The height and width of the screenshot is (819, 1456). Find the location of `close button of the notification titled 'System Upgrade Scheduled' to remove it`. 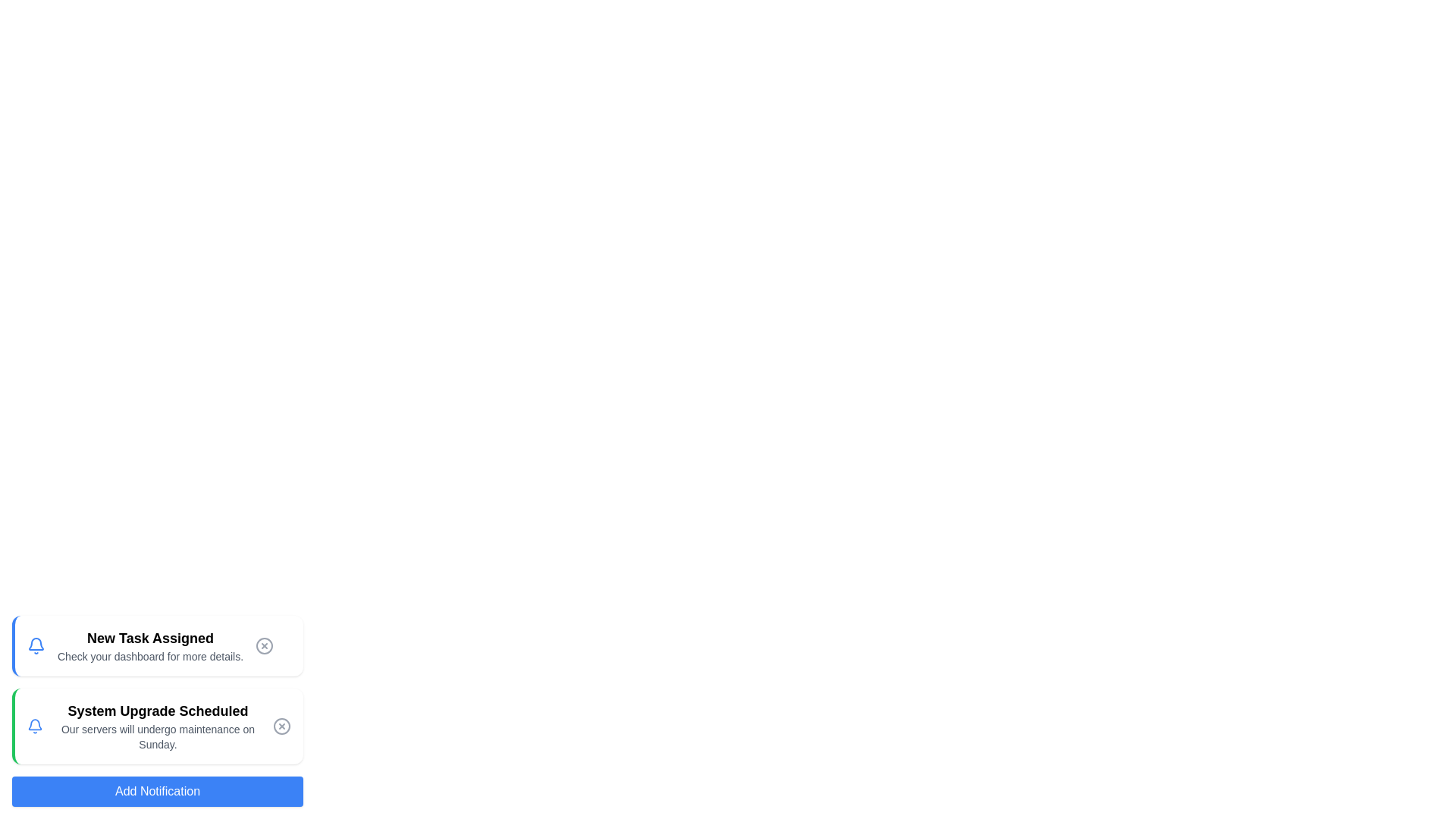

close button of the notification titled 'System Upgrade Scheduled' to remove it is located at coordinates (282, 725).